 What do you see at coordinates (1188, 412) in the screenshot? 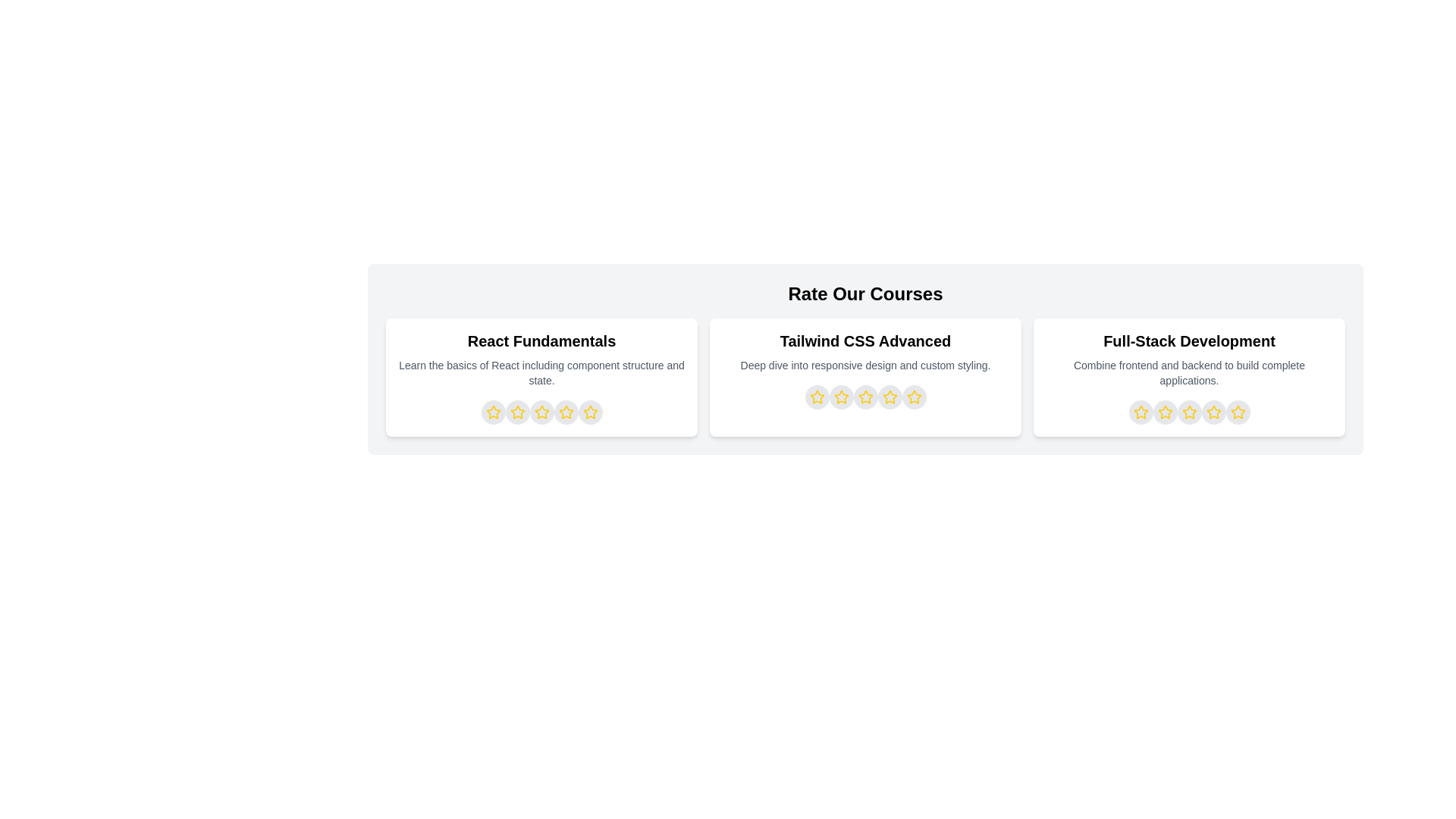
I see `the star representing 3 stars for the course titled Full-Stack Development` at bounding box center [1188, 412].